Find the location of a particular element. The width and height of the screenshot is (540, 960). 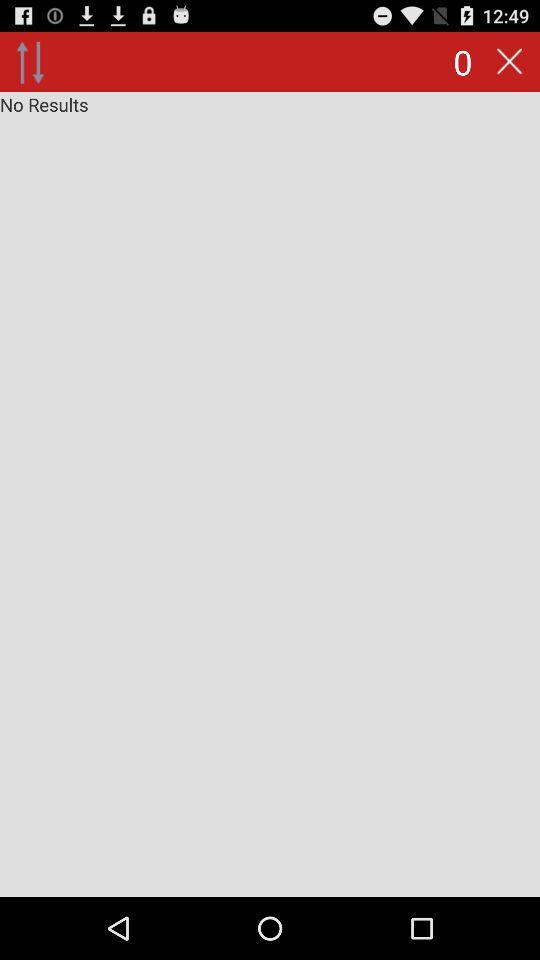

screen is located at coordinates (270, 493).